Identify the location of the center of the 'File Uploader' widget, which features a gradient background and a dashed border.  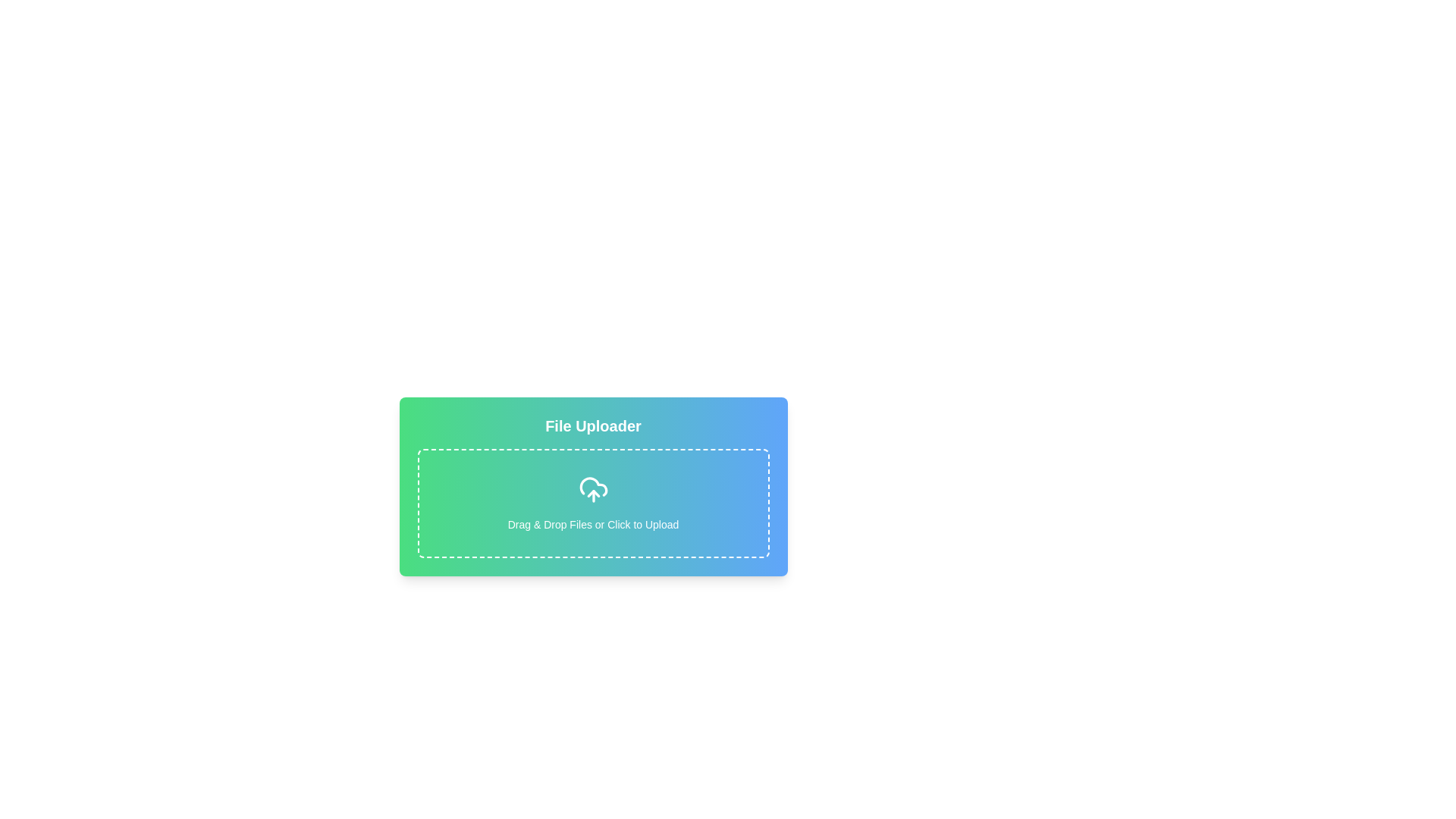
(592, 551).